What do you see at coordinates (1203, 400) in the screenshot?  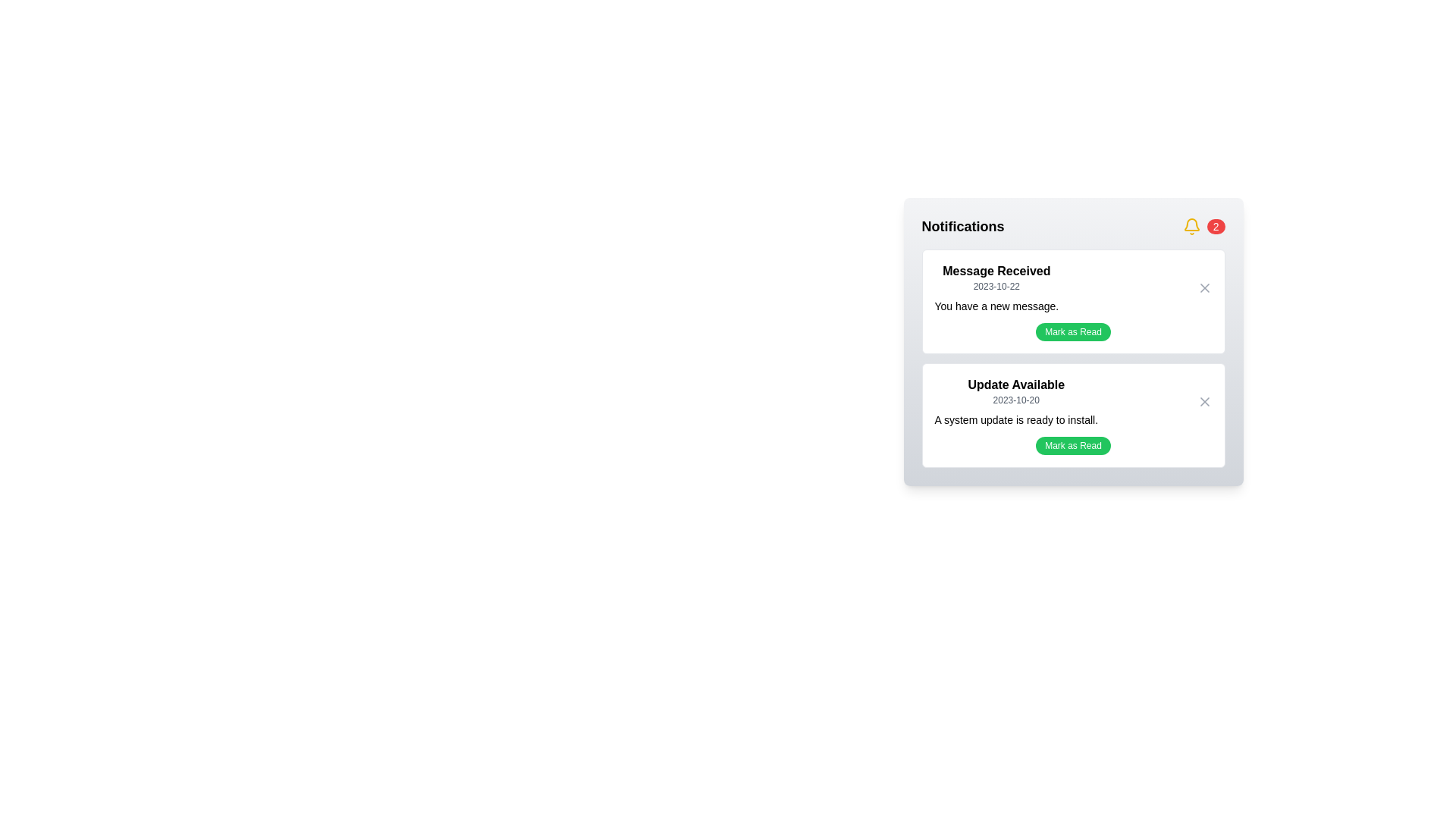 I see `the close button SVG icon located at the top-right corner of the second notification card` at bounding box center [1203, 400].